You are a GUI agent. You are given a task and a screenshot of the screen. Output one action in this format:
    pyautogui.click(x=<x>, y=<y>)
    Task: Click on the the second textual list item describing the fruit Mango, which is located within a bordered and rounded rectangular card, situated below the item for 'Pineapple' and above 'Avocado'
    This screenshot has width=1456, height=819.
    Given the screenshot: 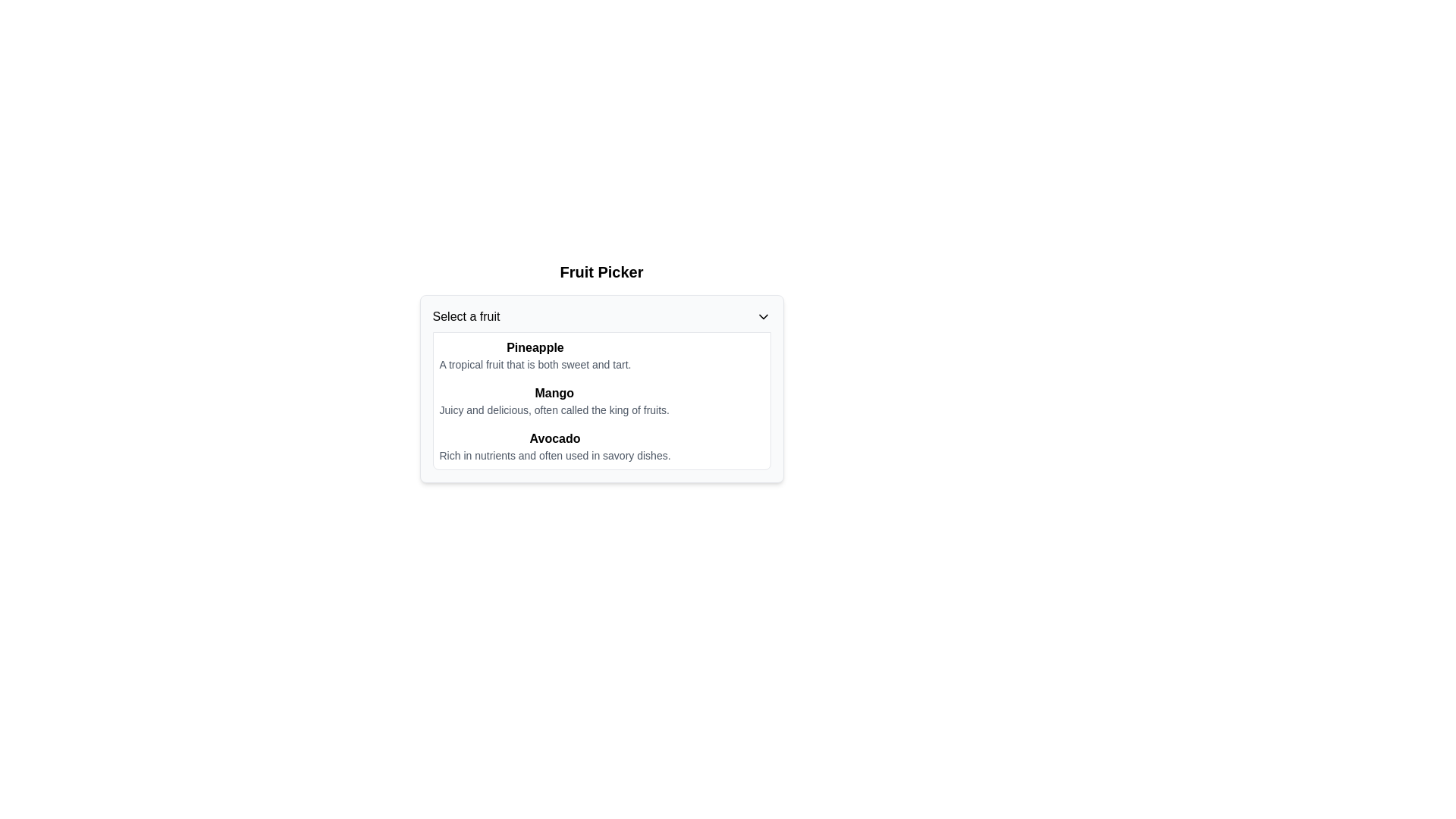 What is the action you would take?
    pyautogui.click(x=601, y=400)
    